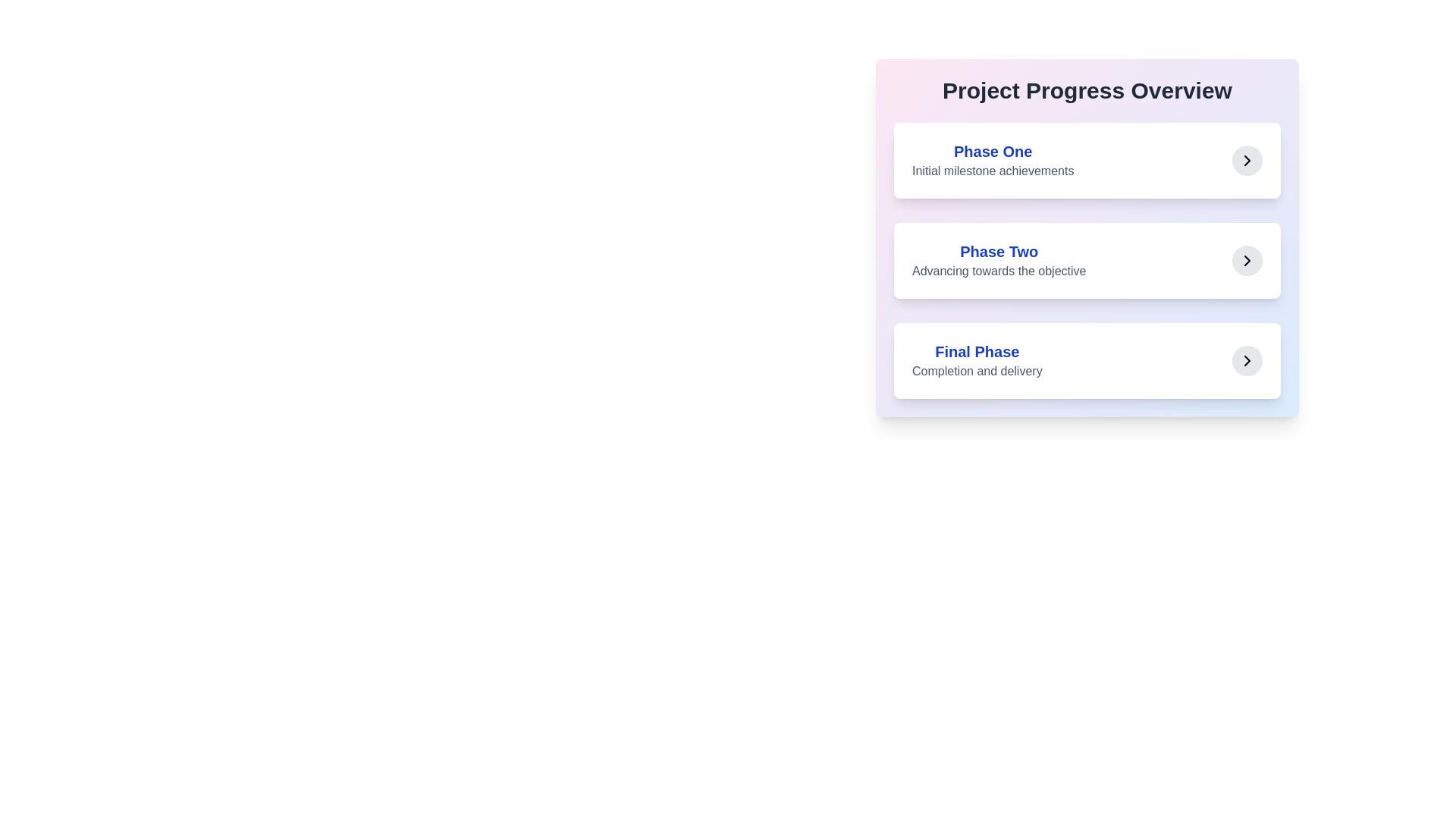 This screenshot has width=1456, height=819. I want to click on the small circular button with a gray background and a right-facing black arrow icon, located at the far right of the 'Phase Two' section of the 'Project Progress Overview.', so click(1247, 259).